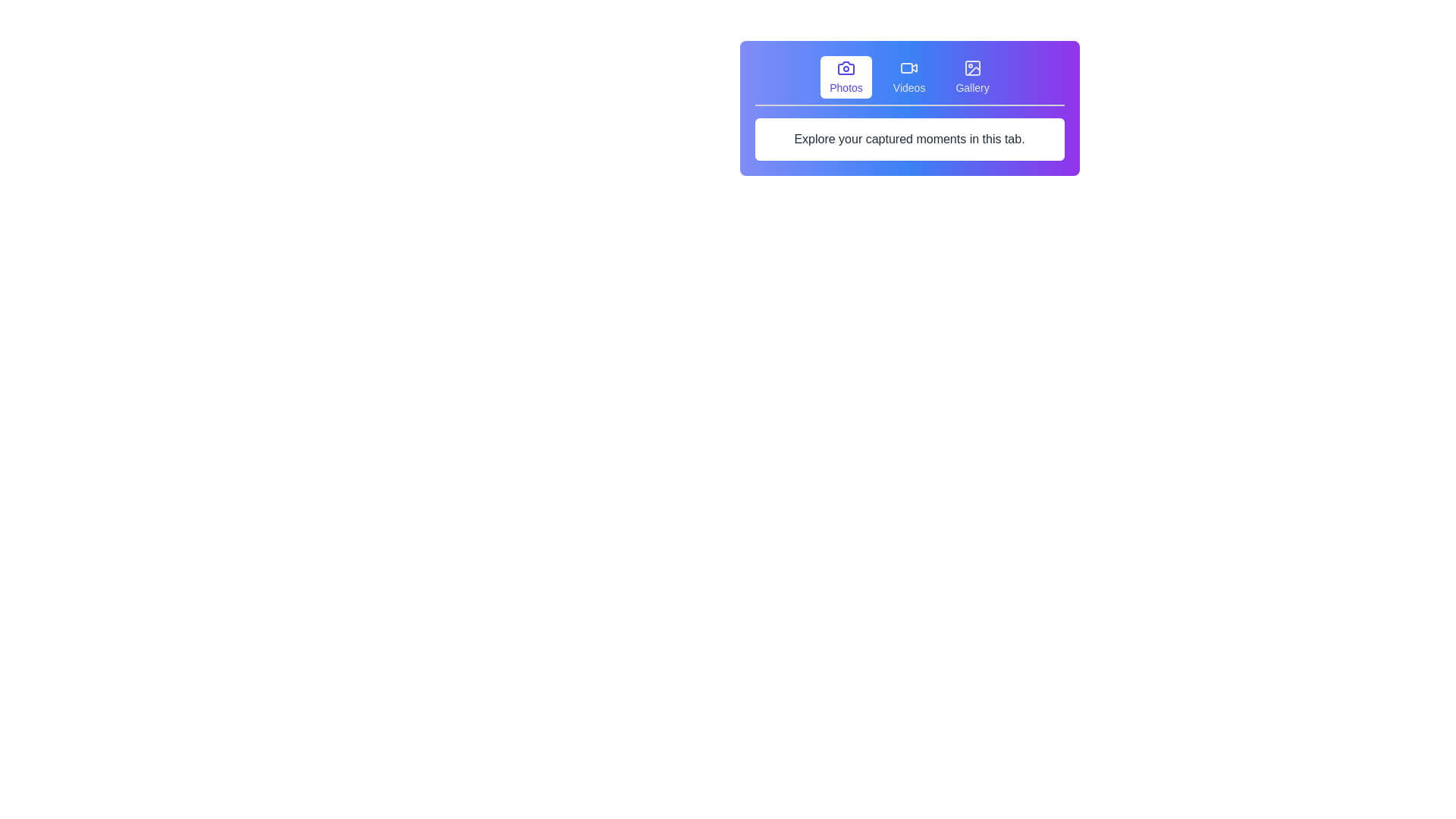  What do you see at coordinates (909, 87) in the screenshot?
I see `the text label that identifies the video section in the horizontal menu, located beneath the video camera icon at the top center of the interface` at bounding box center [909, 87].